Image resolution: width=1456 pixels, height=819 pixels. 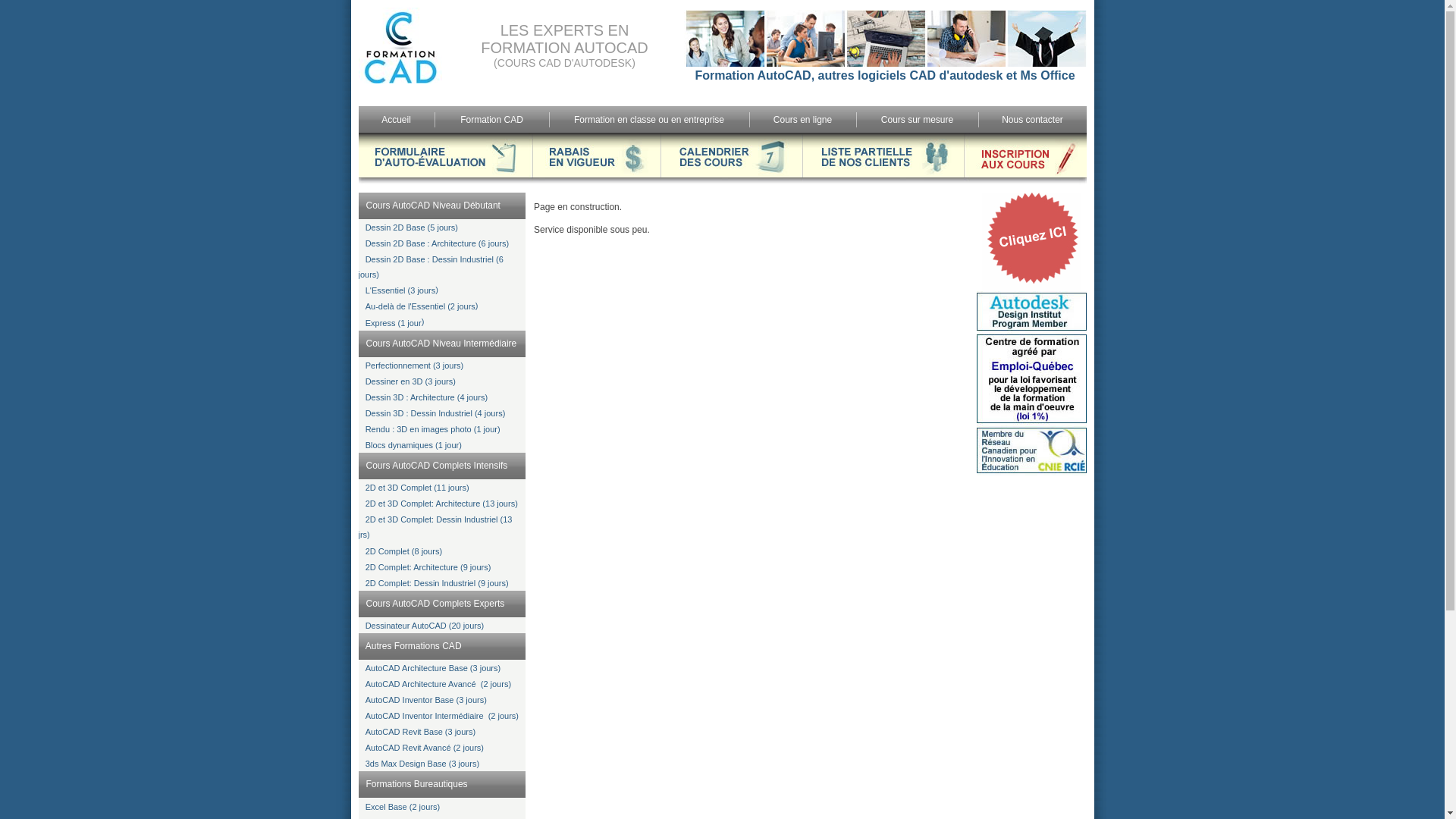 I want to click on 'L'Essentiel (3 jours', so click(x=400, y=290).